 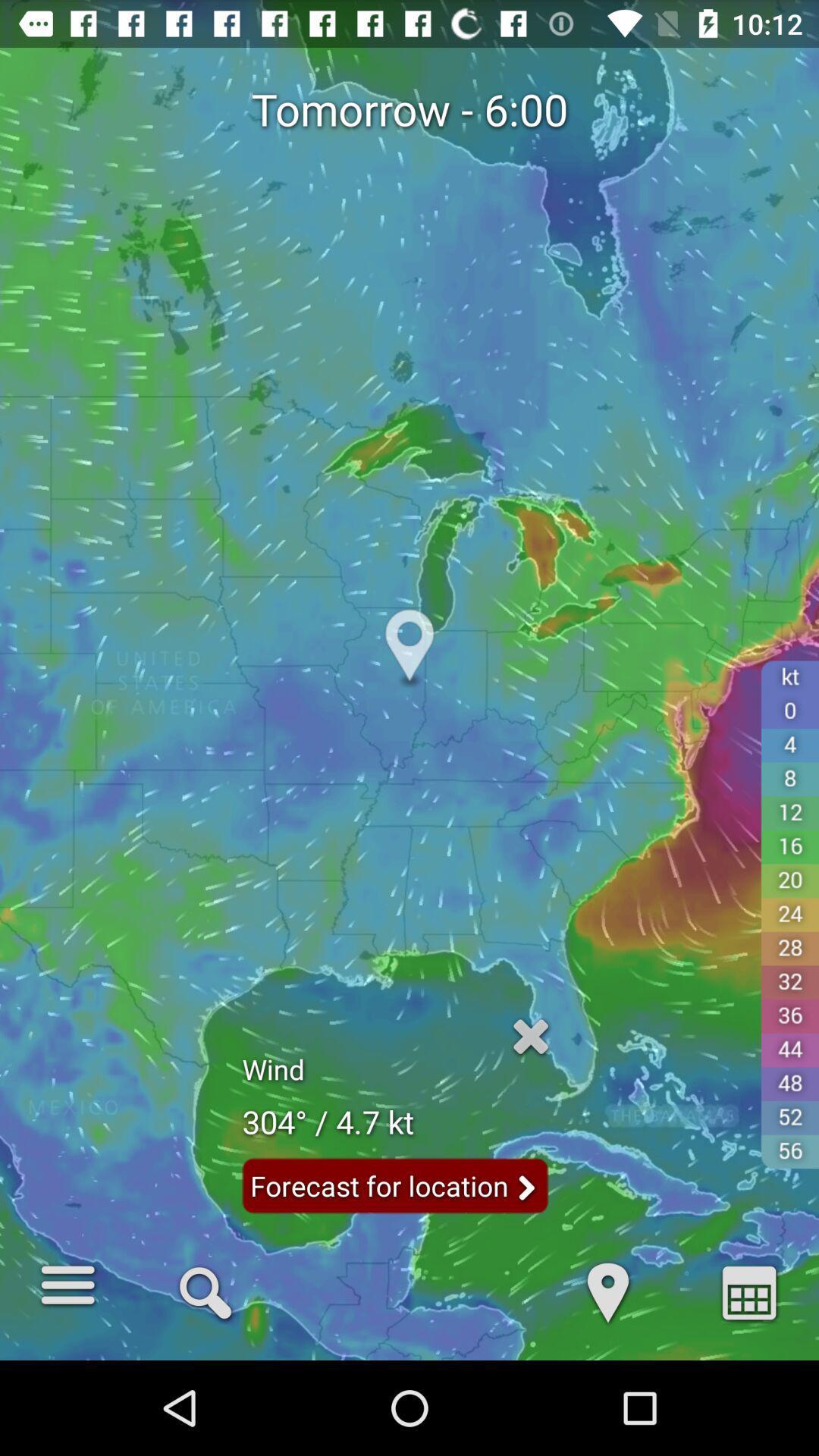 I want to click on the icon next to d, so click(x=206, y=1291).